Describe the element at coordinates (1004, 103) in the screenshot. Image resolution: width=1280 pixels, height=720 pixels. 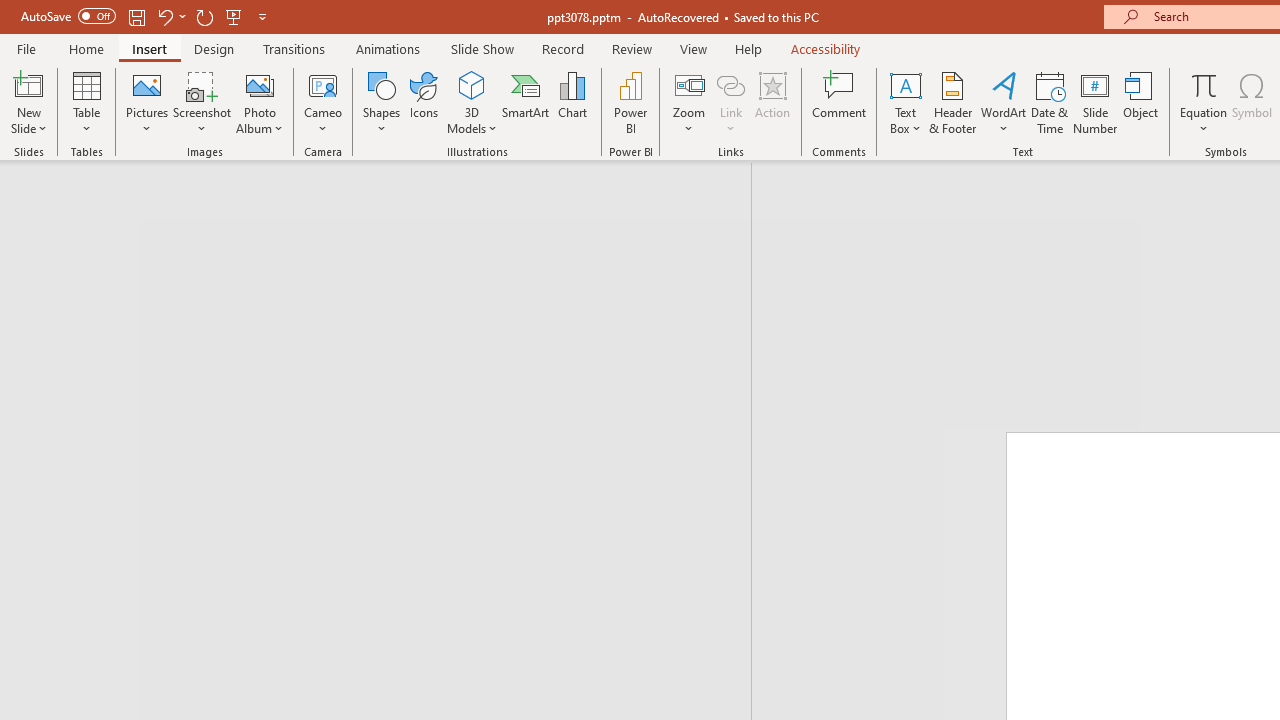
I see `'WordArt'` at that location.